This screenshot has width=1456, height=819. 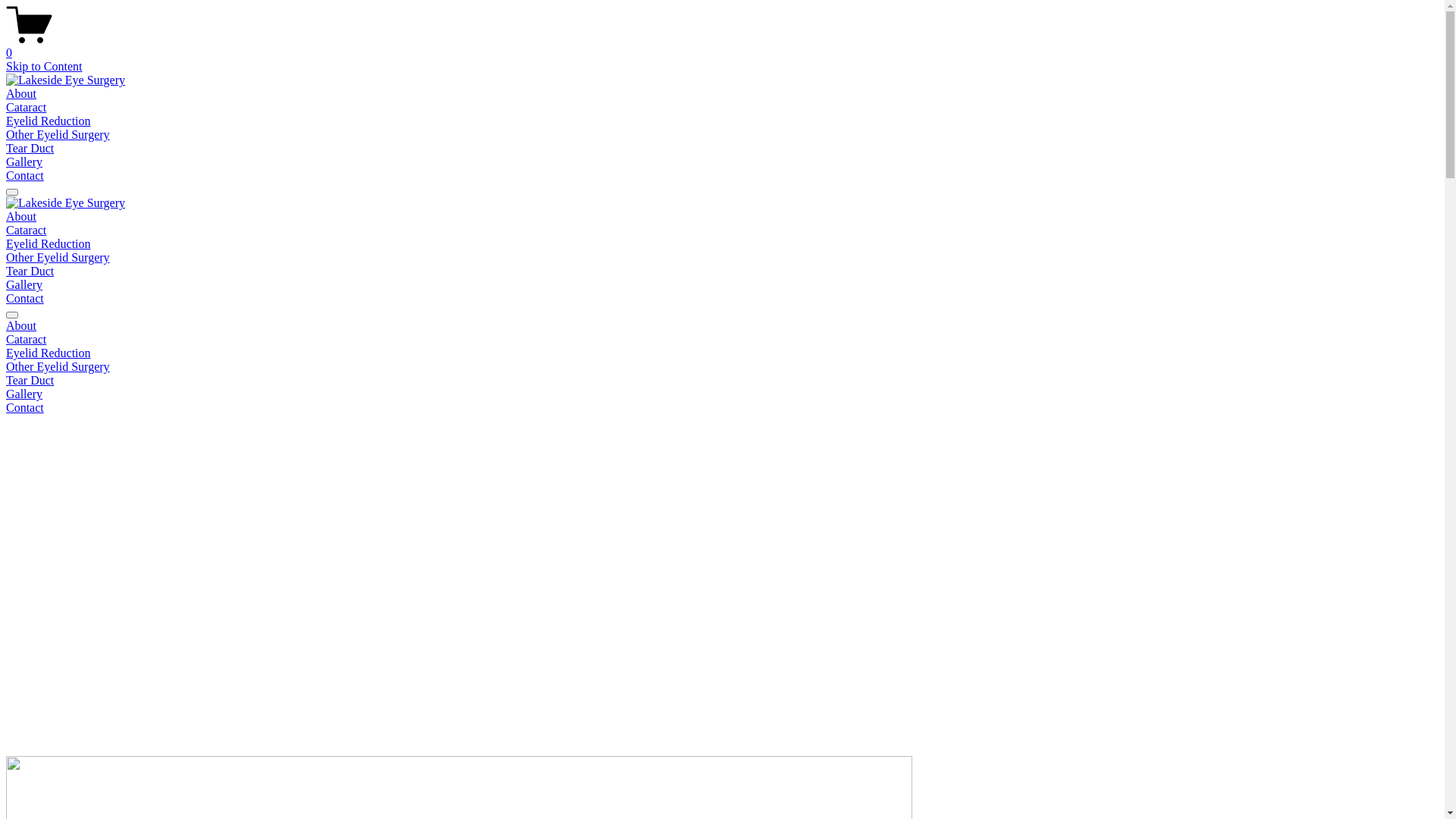 What do you see at coordinates (30, 148) in the screenshot?
I see `'Tear Duct'` at bounding box center [30, 148].